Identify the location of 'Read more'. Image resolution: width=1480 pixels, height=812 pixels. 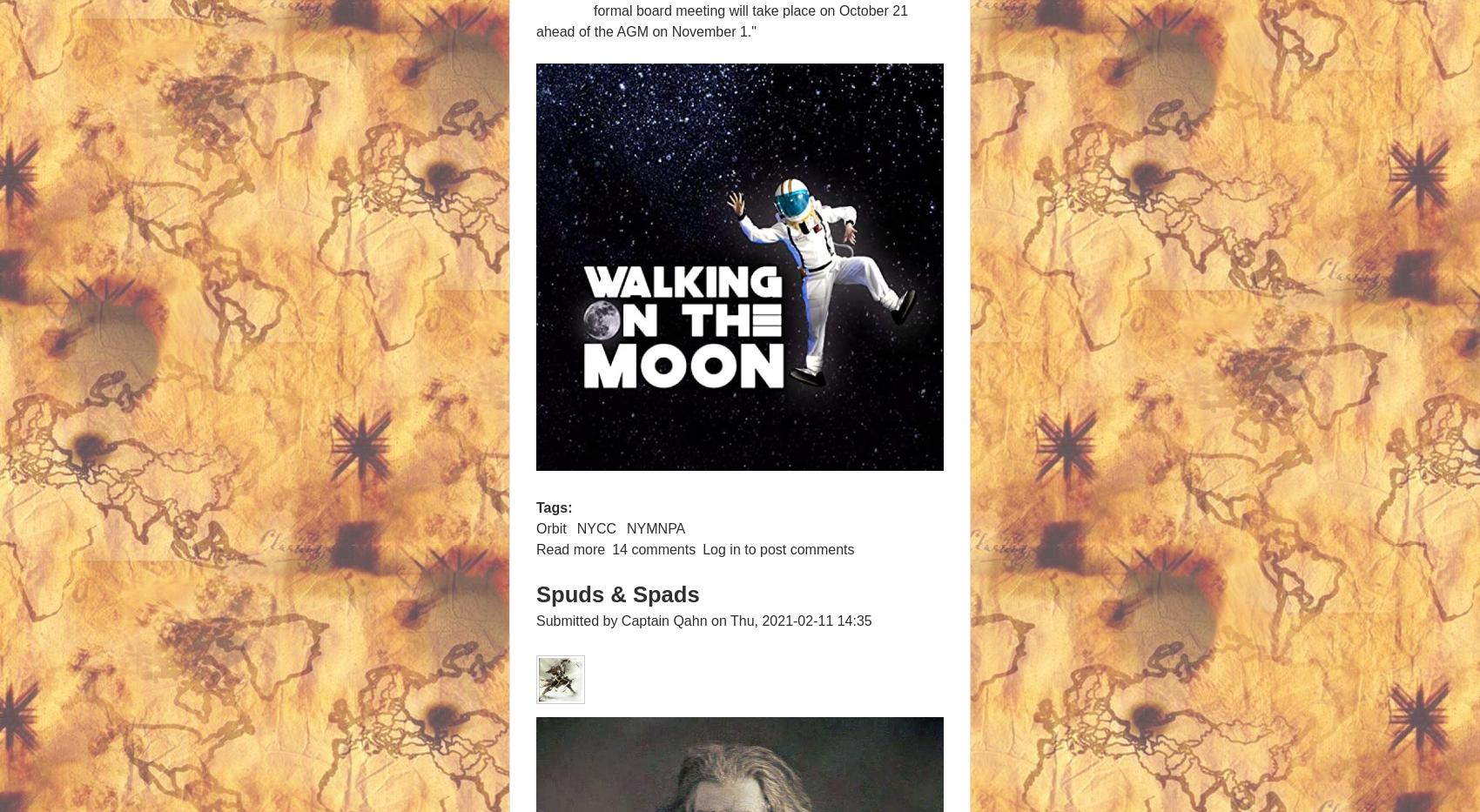
(535, 547).